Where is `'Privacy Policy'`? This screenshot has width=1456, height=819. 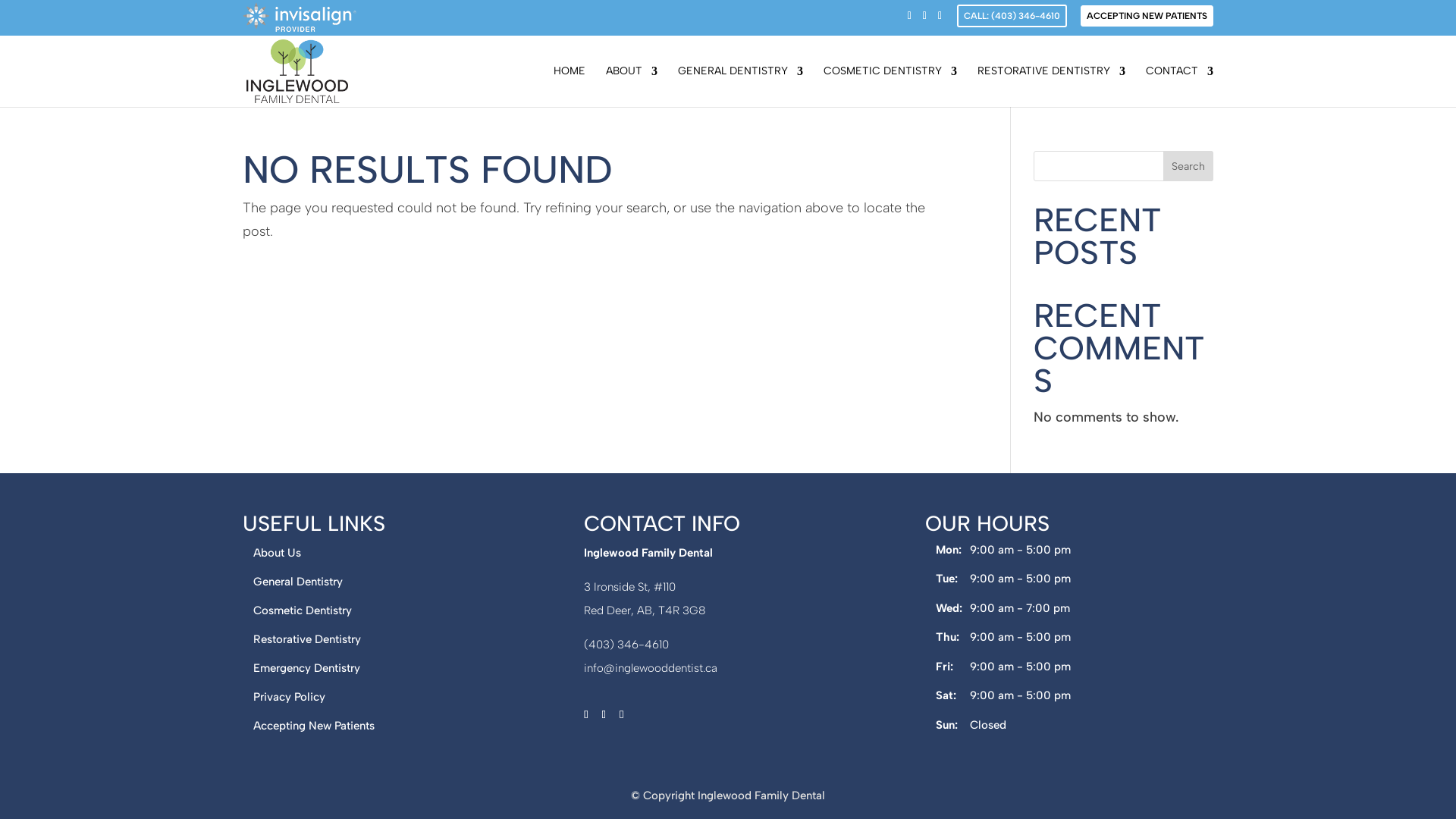
'Privacy Policy' is located at coordinates (289, 696).